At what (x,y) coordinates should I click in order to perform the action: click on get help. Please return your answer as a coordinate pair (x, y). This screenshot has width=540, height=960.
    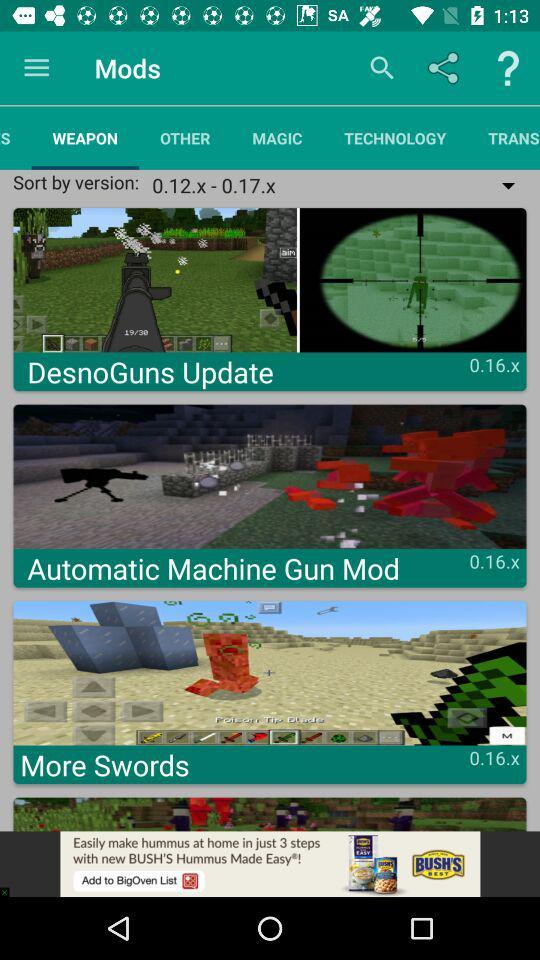
    Looking at the image, I should click on (508, 68).